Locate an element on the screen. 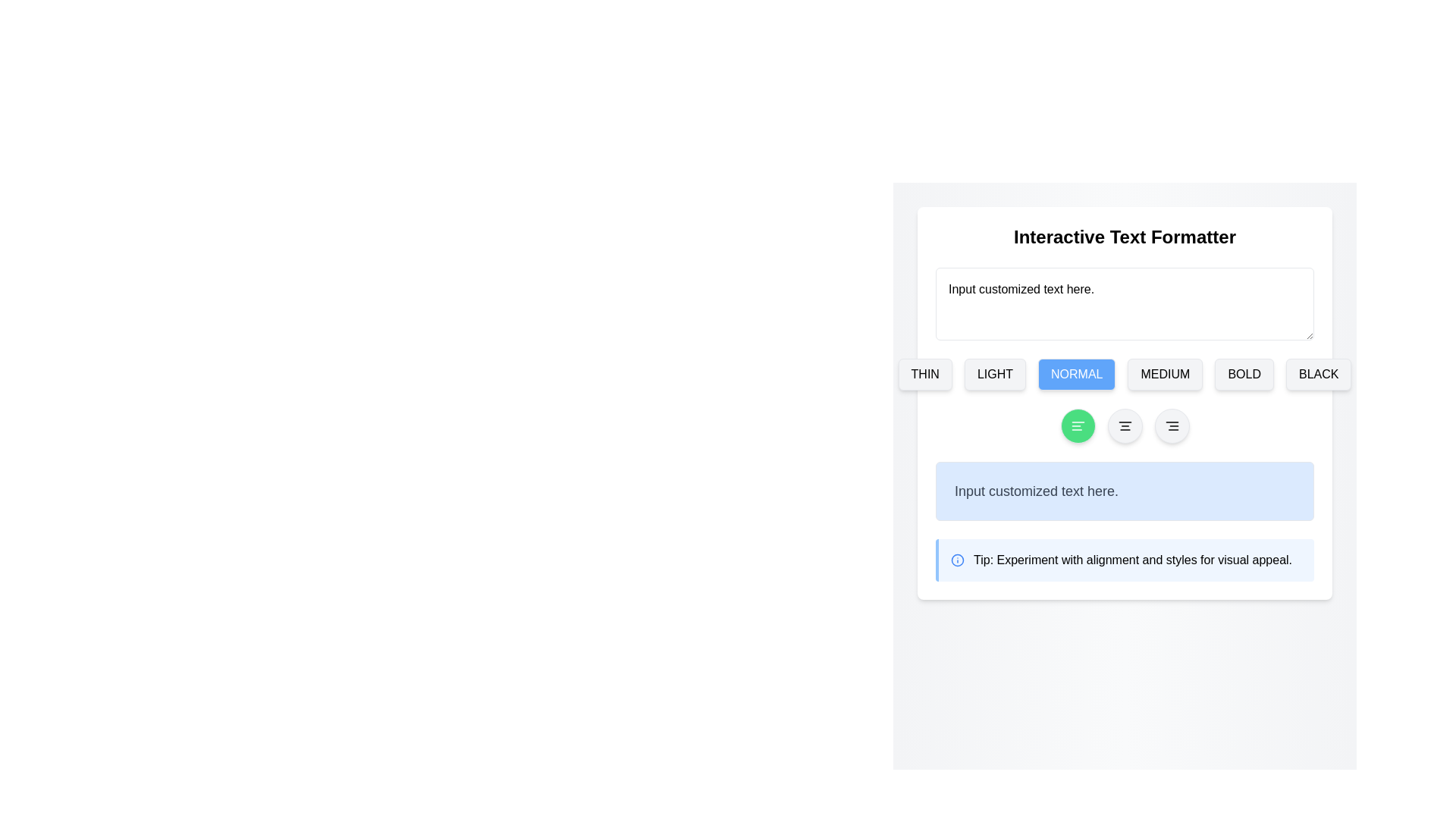 This screenshot has height=819, width=1456. the circular border of the info icon, which is visually represented adjacent to the text 'Tip: Experiment with alignment and styles for visual appeal.' is located at coordinates (956, 560).